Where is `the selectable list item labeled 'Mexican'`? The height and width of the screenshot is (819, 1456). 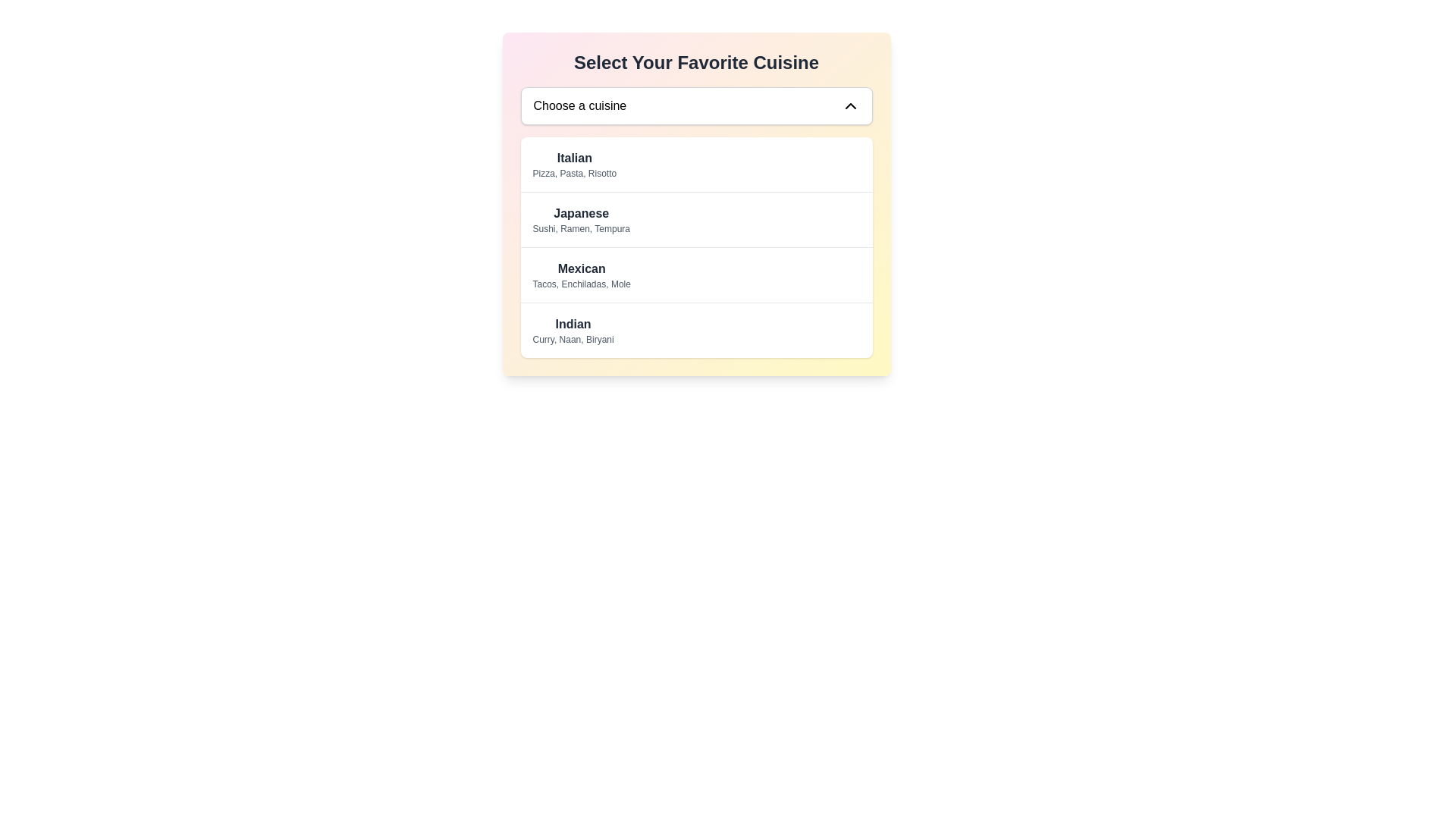
the selectable list item labeled 'Mexican' is located at coordinates (581, 275).